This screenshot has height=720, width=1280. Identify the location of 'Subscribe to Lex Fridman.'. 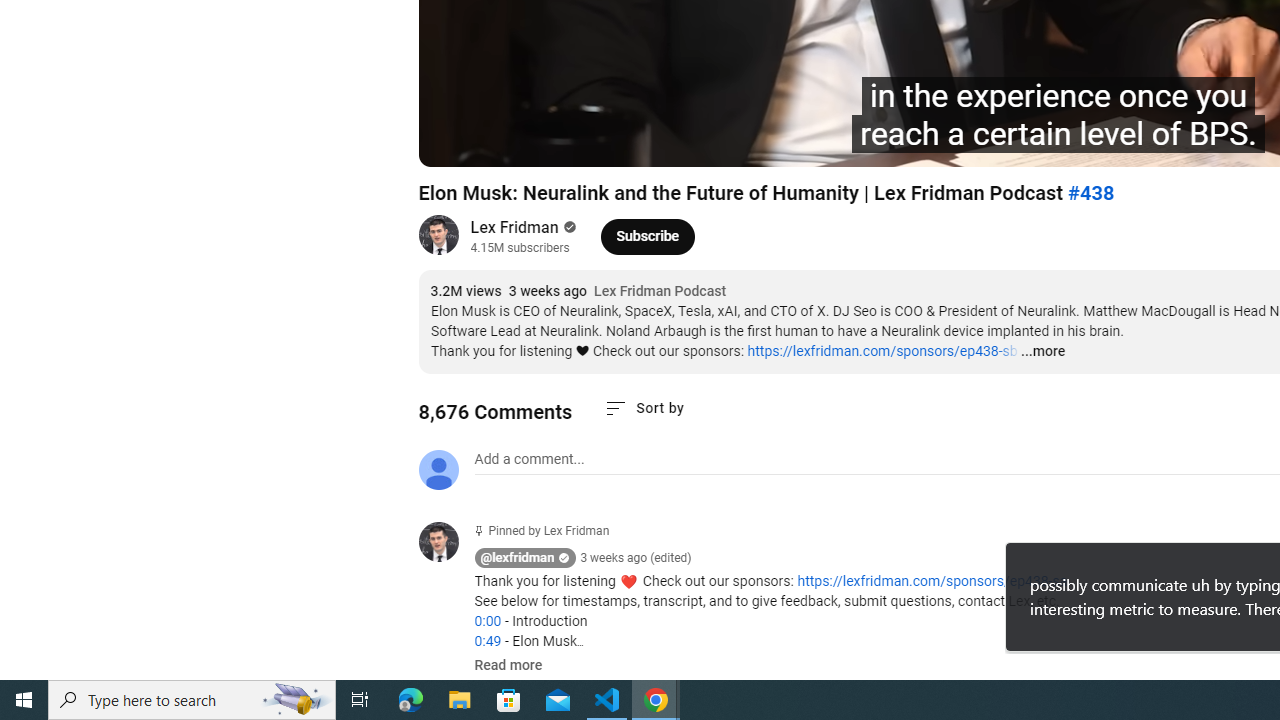
(648, 235).